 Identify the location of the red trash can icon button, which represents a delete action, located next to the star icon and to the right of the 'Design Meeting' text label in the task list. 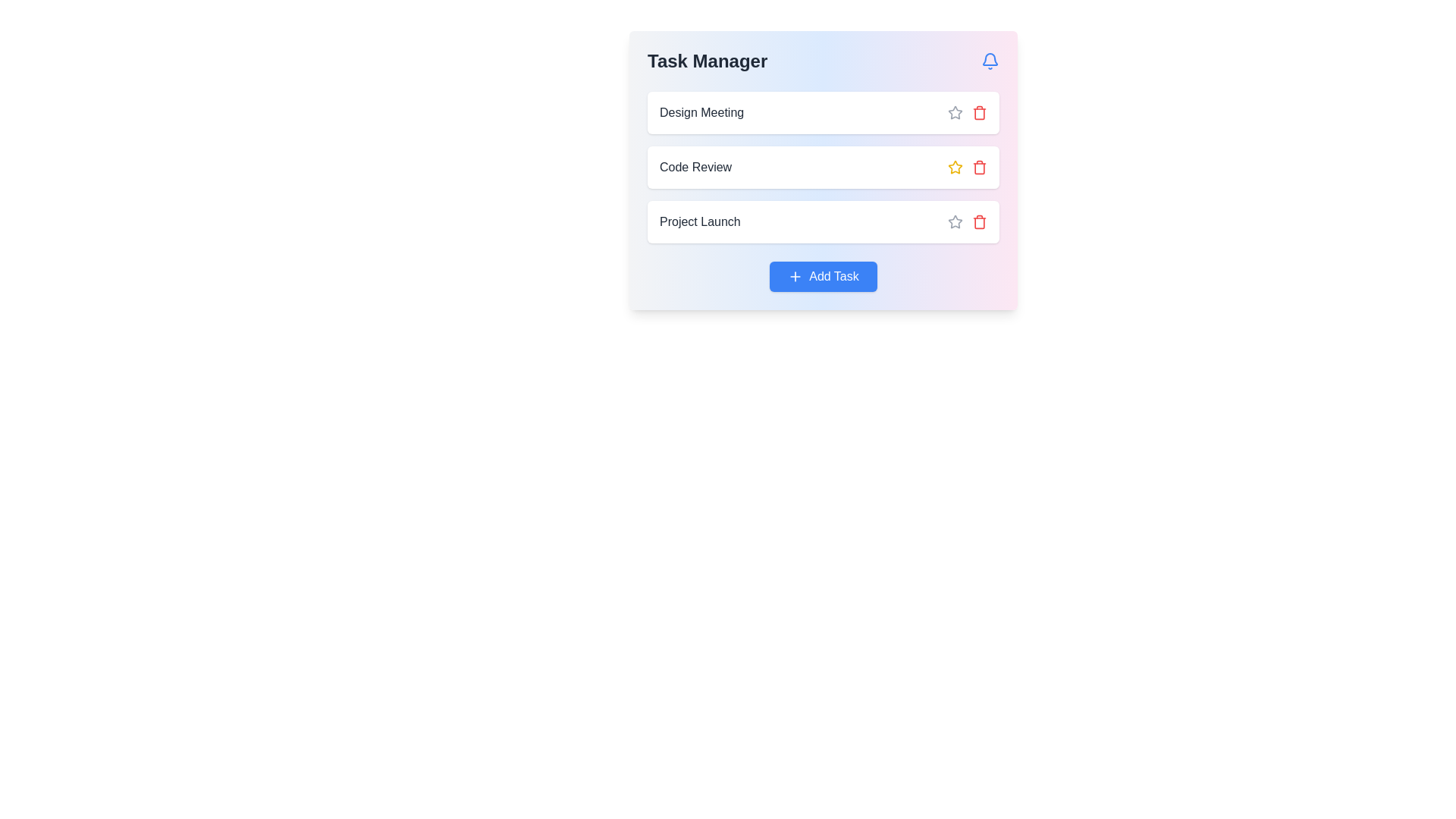
(979, 112).